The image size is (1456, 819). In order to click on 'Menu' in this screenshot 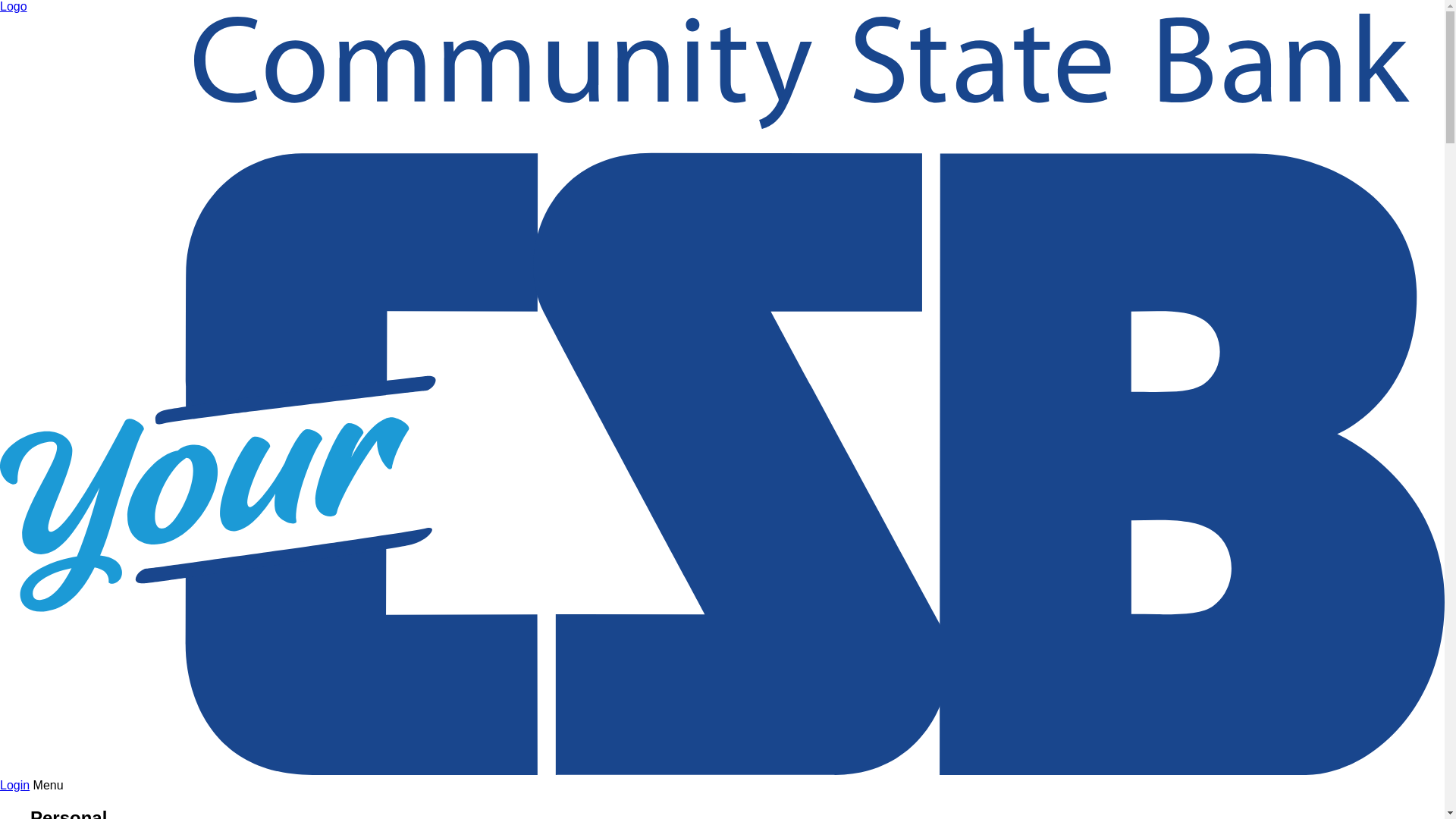, I will do `click(48, 785)`.